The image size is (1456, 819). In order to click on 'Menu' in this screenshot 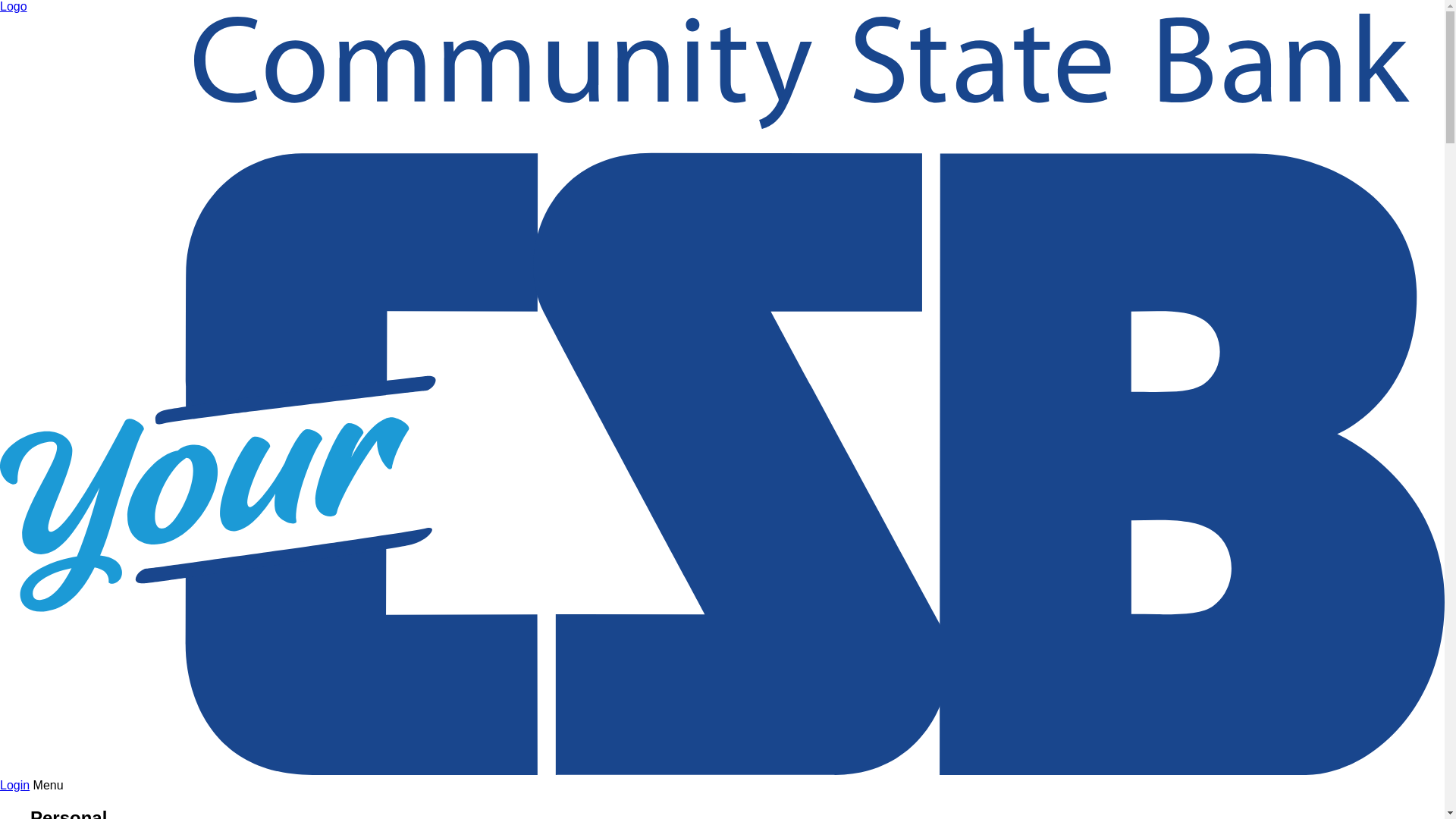, I will do `click(48, 785)`.